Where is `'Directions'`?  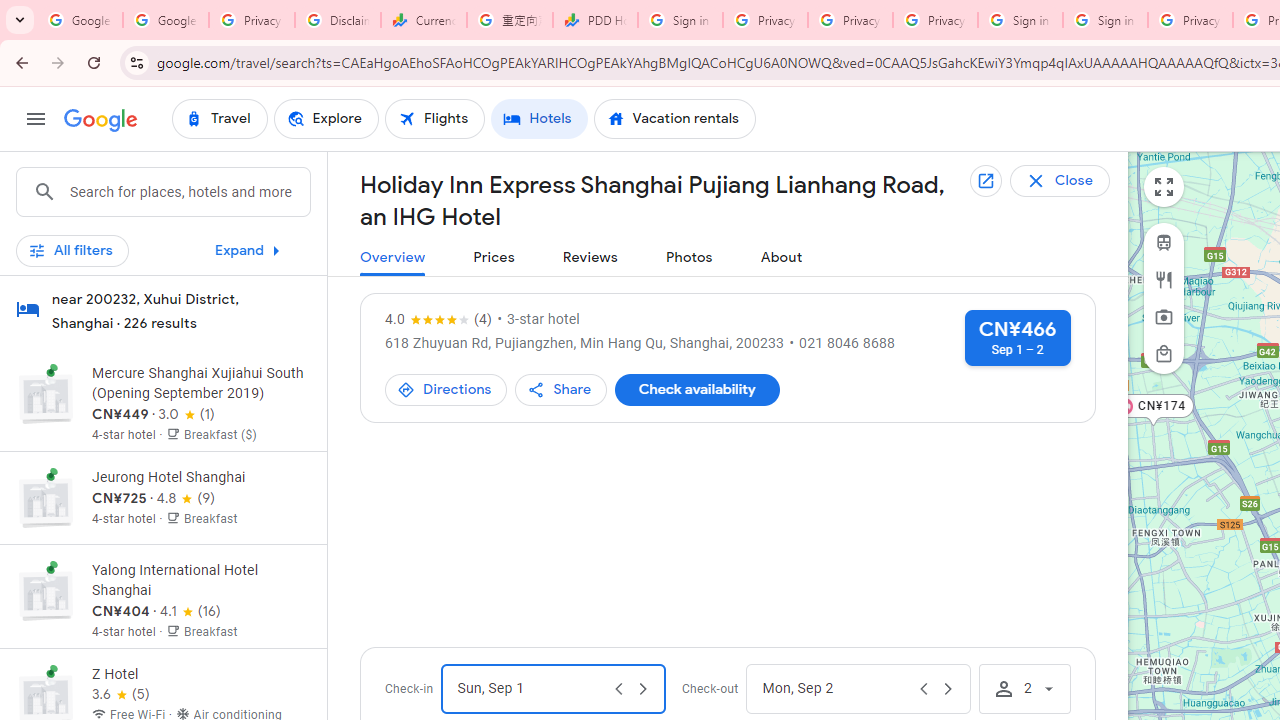
'Directions' is located at coordinates (445, 389).